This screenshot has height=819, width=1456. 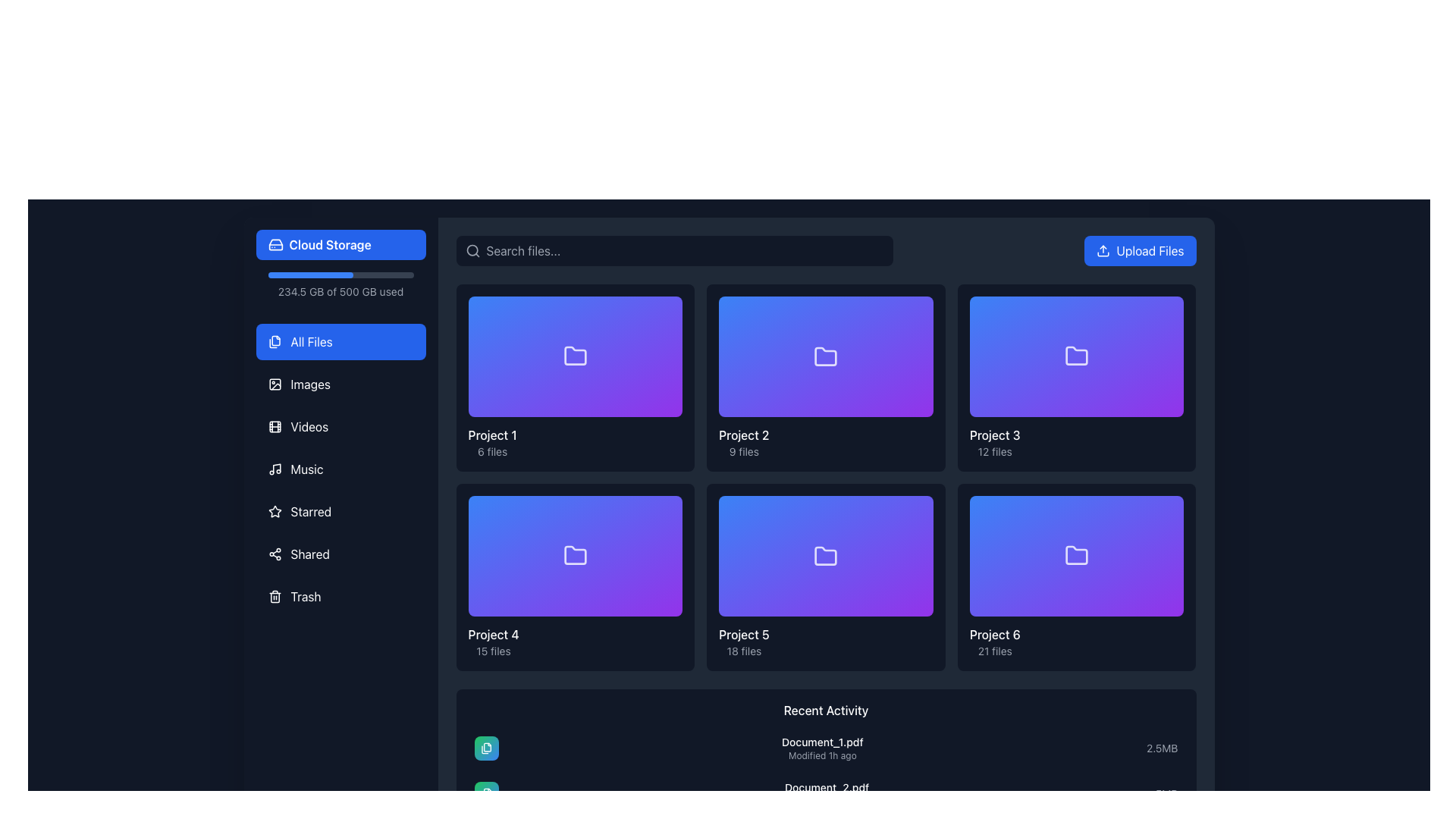 What do you see at coordinates (340, 244) in the screenshot?
I see `the rectangular blue button labeled 'Cloud Storage' with a hard drive icon on the left, positioned at the top of the left panel to elicit a hover effect` at bounding box center [340, 244].